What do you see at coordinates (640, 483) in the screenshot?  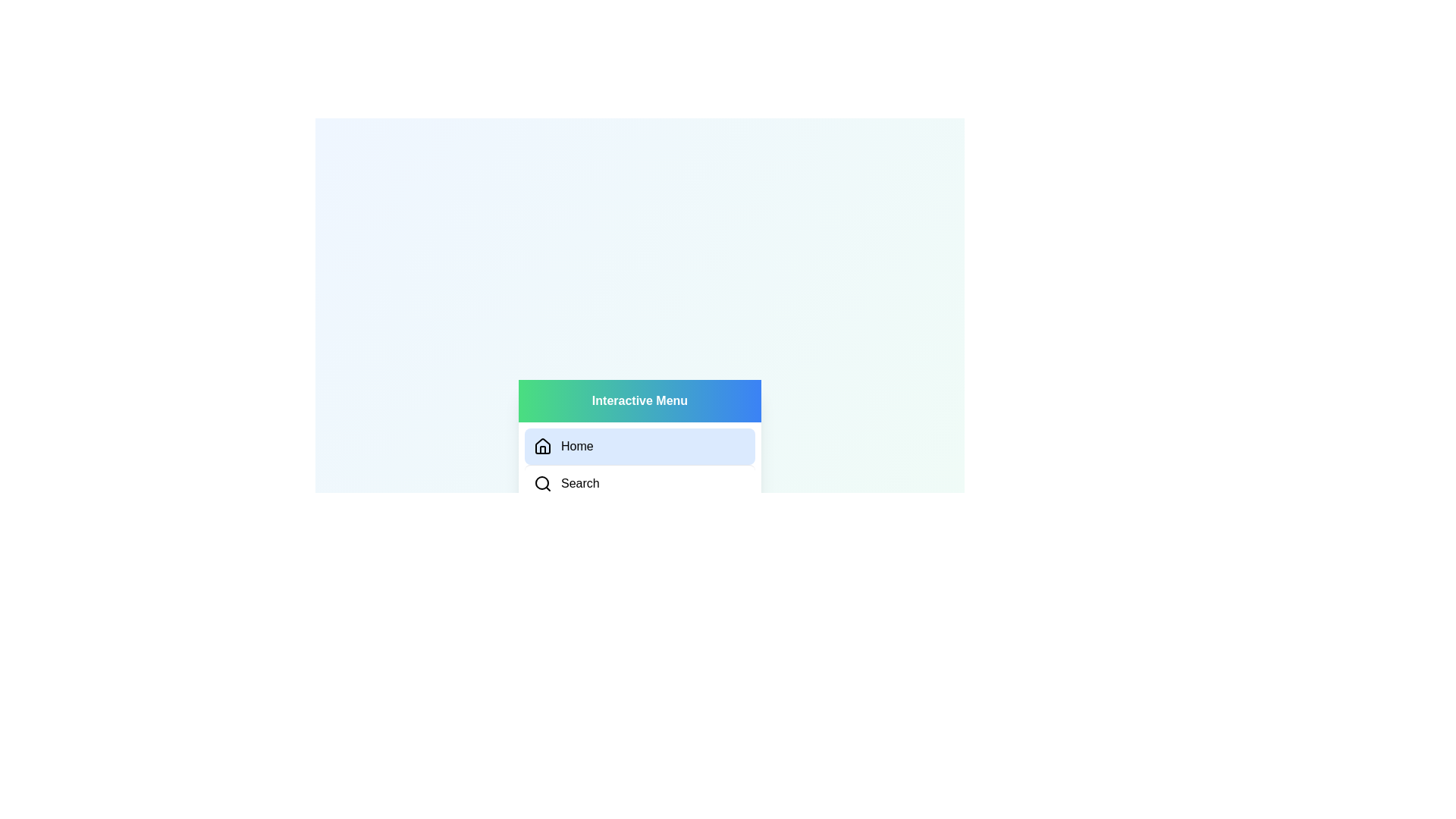 I see `the Search tab in the menu` at bounding box center [640, 483].